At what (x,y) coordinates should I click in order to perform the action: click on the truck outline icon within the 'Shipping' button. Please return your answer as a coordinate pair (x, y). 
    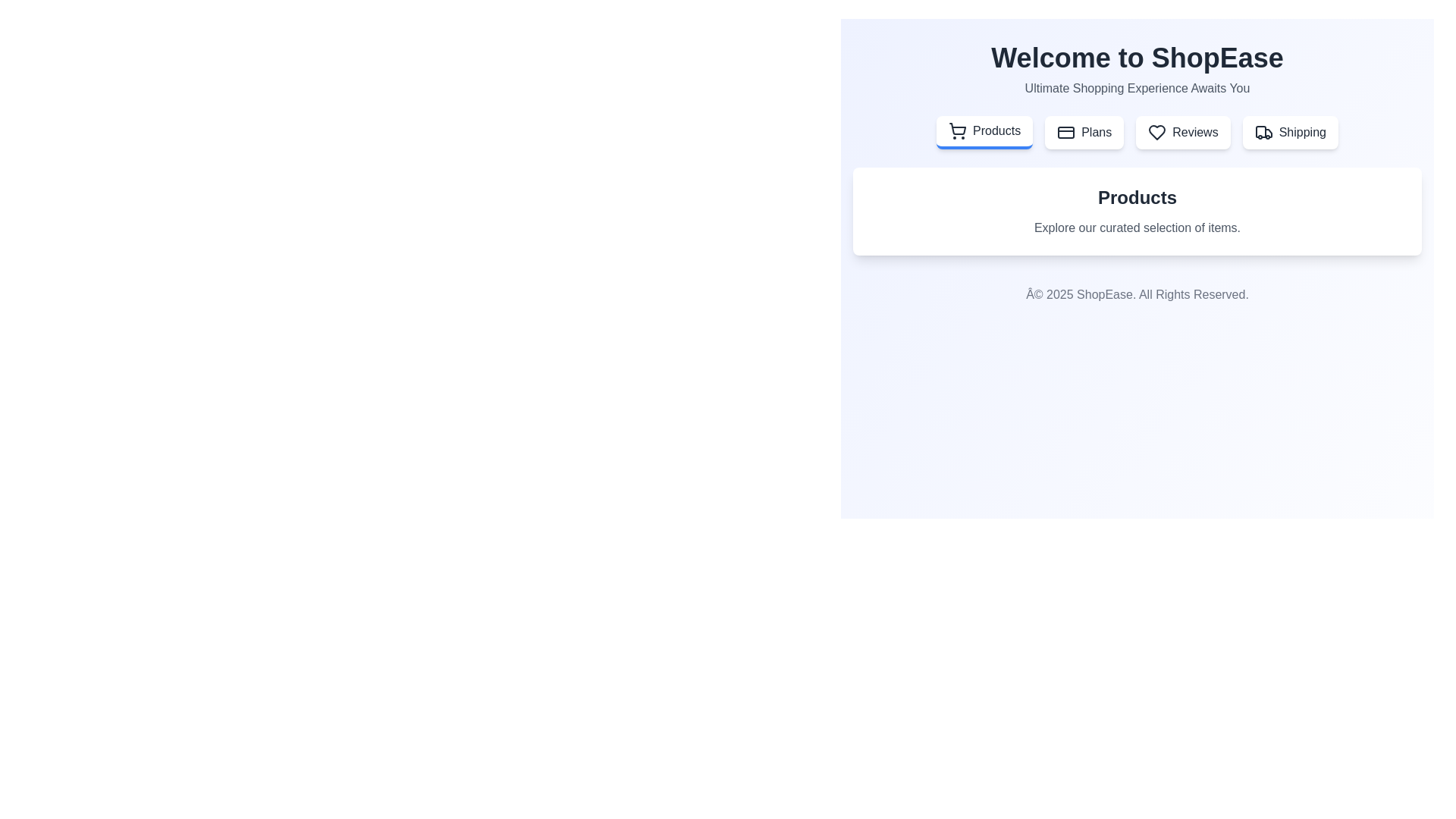
    Looking at the image, I should click on (1263, 131).